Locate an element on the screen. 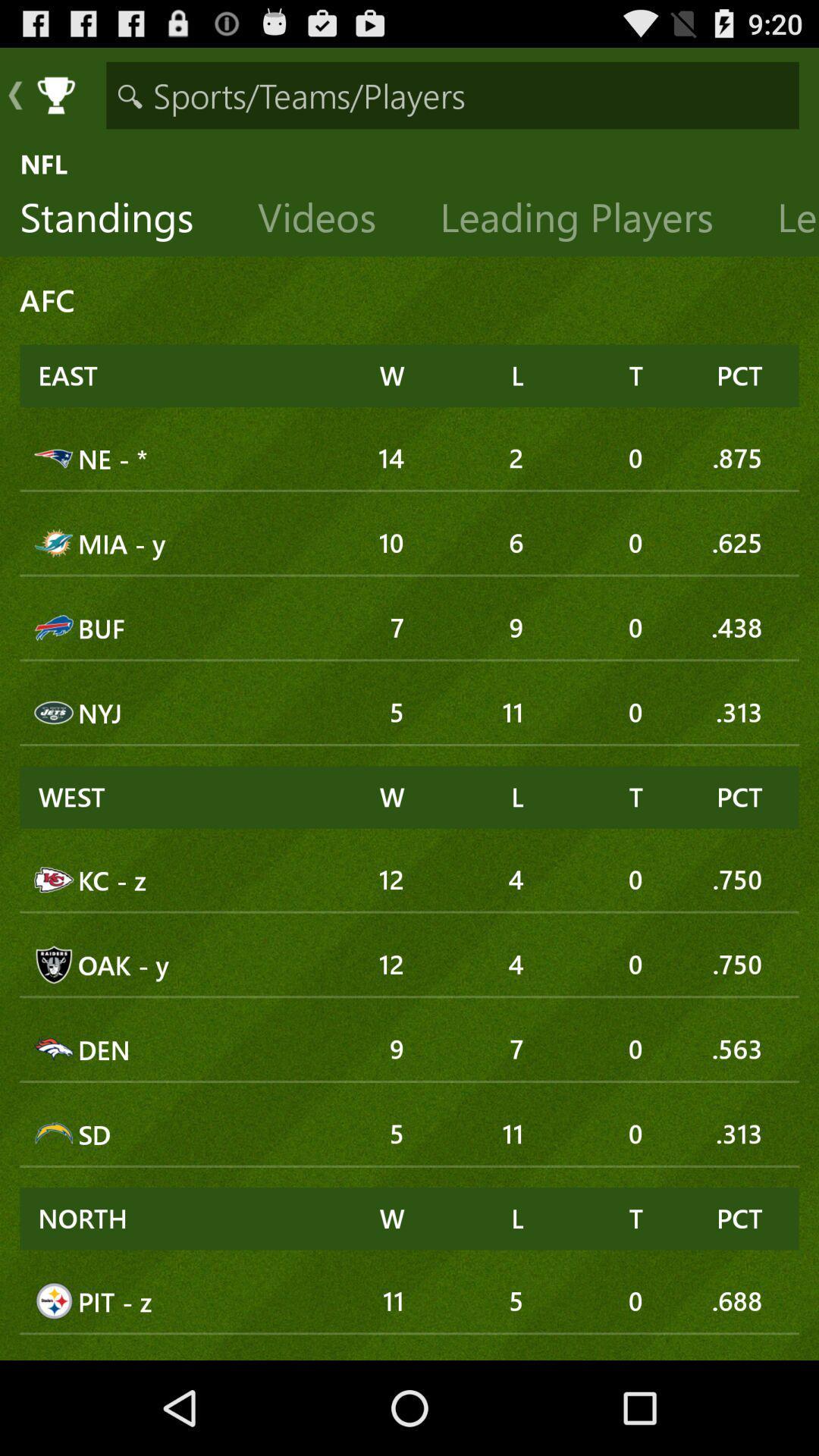 Image resolution: width=819 pixels, height=1456 pixels. the icon which is before sd is located at coordinates (53, 1134).